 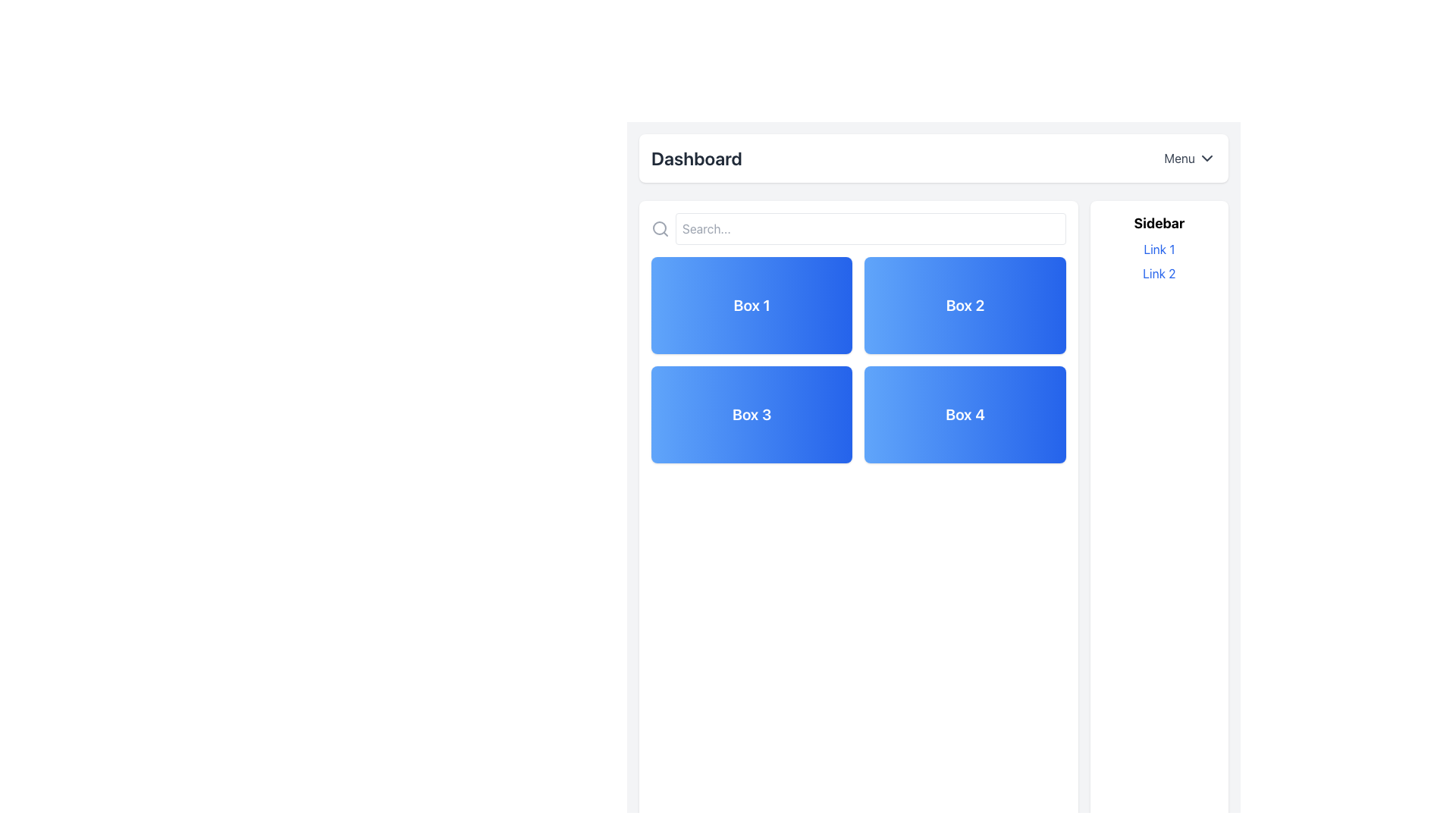 I want to click on the text label displaying 'Dashboard' which is styled in bold, large dark gray font at the top-left of the interface, so click(x=695, y=158).